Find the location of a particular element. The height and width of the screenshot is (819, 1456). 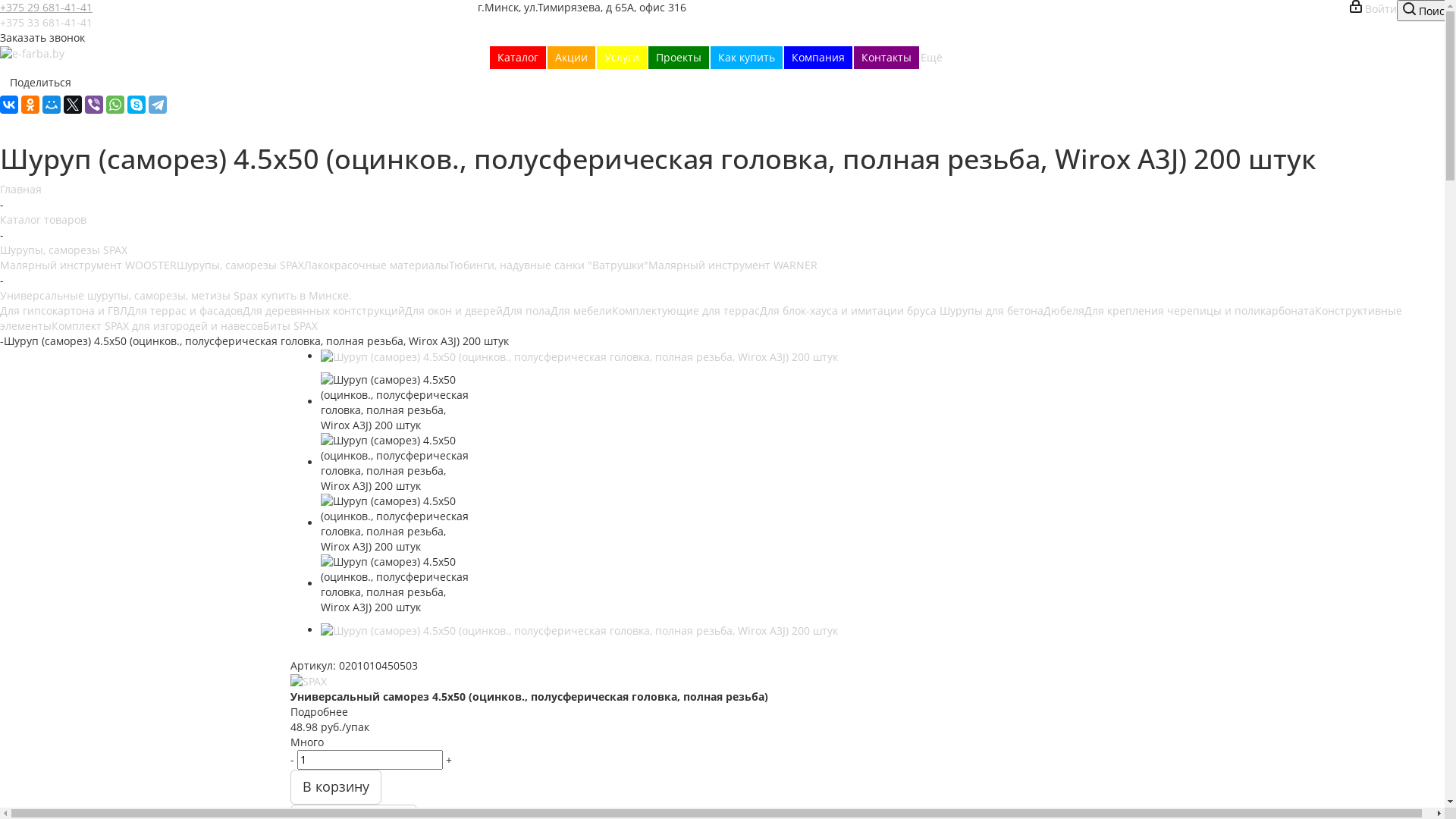

'+375 29 681-41-41' is located at coordinates (0, 7).